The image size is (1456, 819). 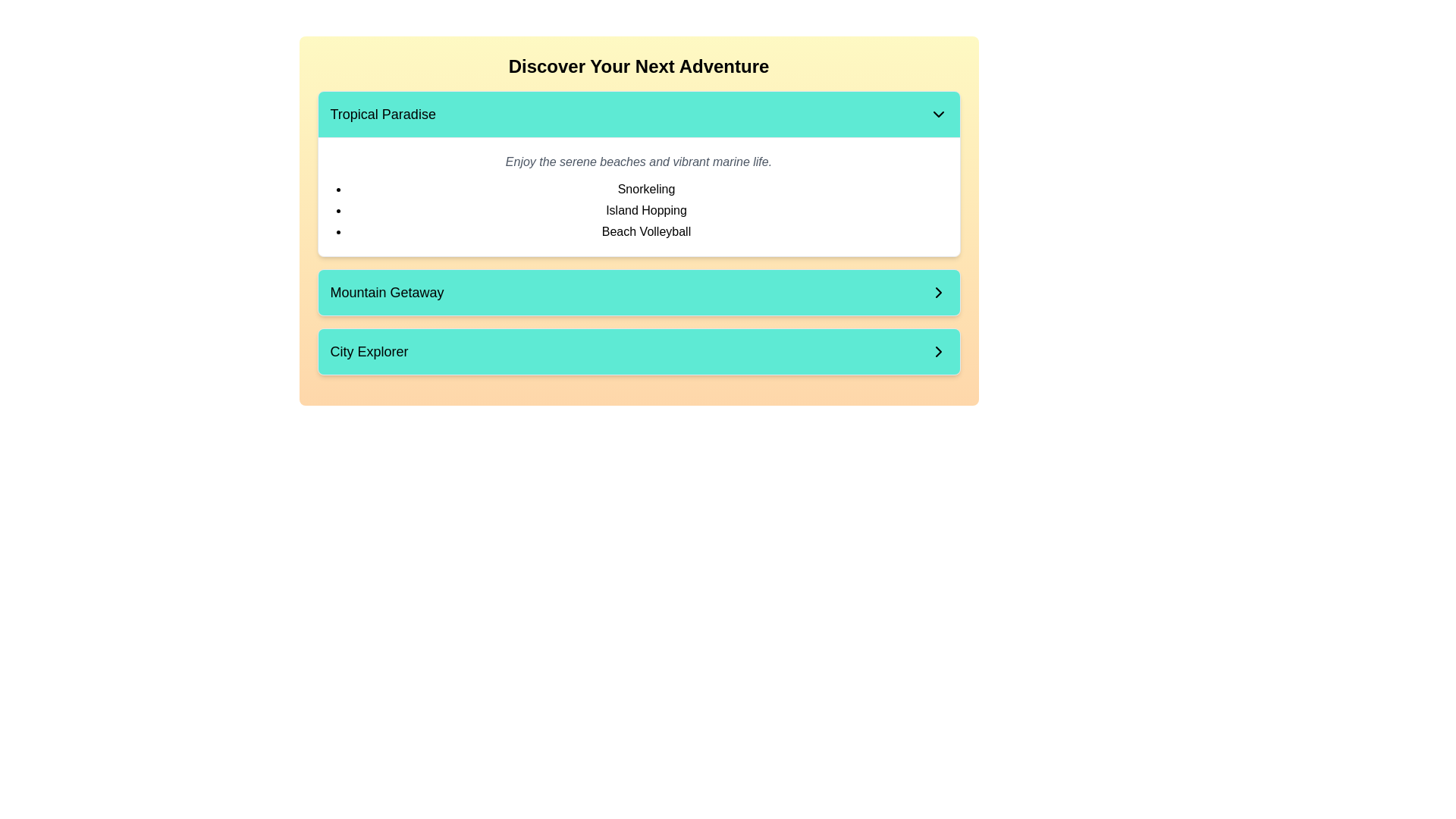 I want to click on the chevron icon located on the rightmost side of the 'City Explorer' button, so click(x=937, y=351).